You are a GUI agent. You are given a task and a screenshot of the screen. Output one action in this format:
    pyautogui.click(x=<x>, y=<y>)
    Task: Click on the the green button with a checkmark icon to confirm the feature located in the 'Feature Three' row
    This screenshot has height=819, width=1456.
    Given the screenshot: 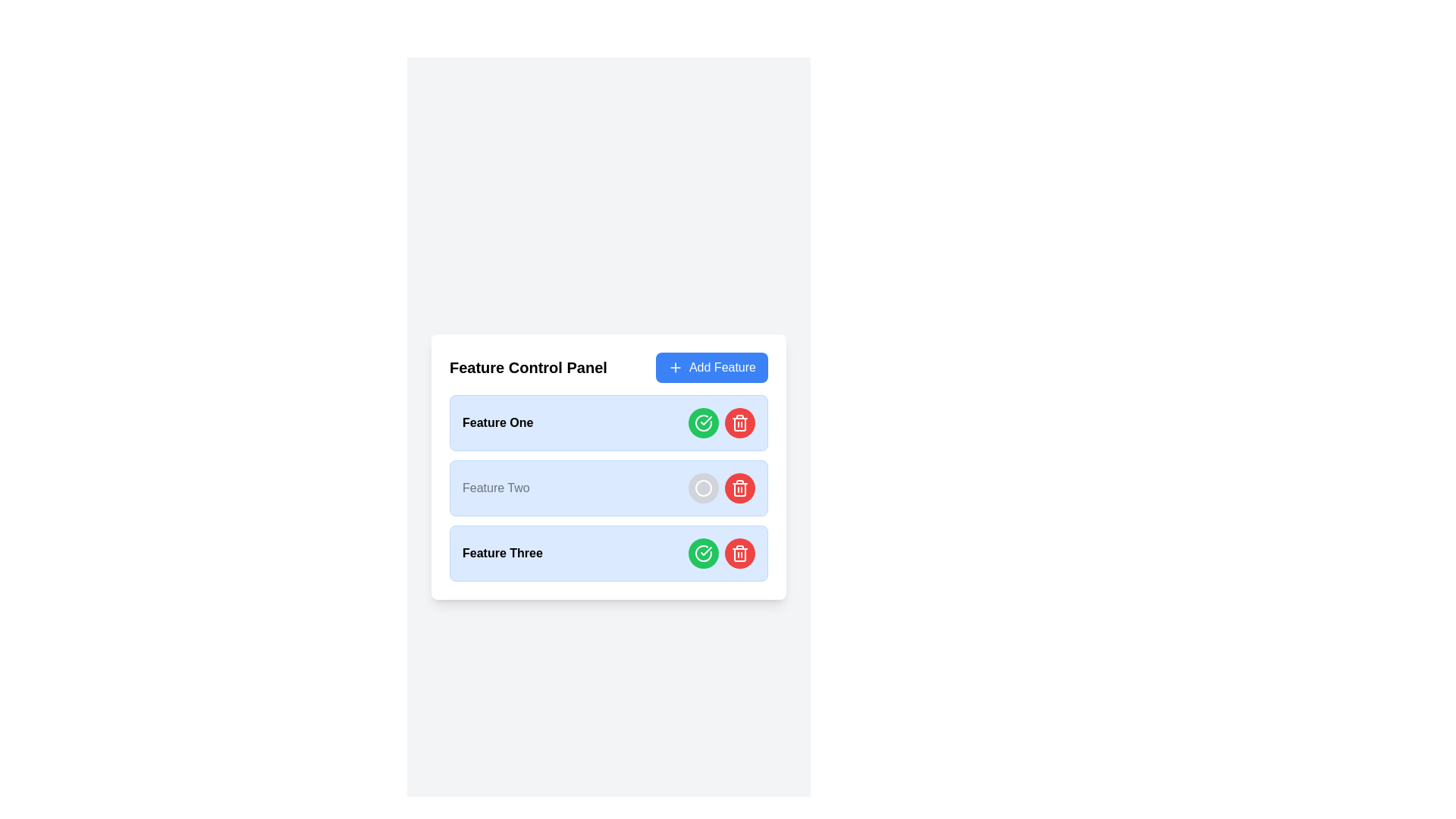 What is the action you would take?
    pyautogui.click(x=720, y=553)
    